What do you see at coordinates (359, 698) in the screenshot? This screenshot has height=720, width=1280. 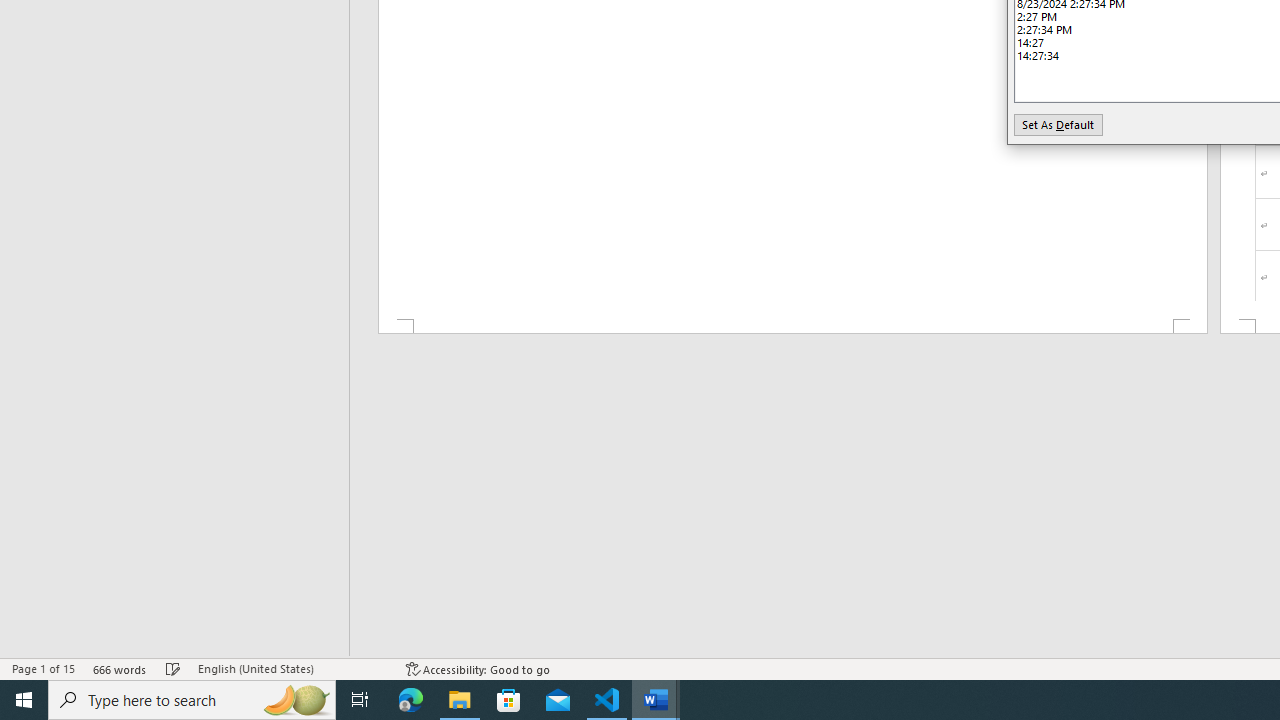 I see `'Task View'` at bounding box center [359, 698].